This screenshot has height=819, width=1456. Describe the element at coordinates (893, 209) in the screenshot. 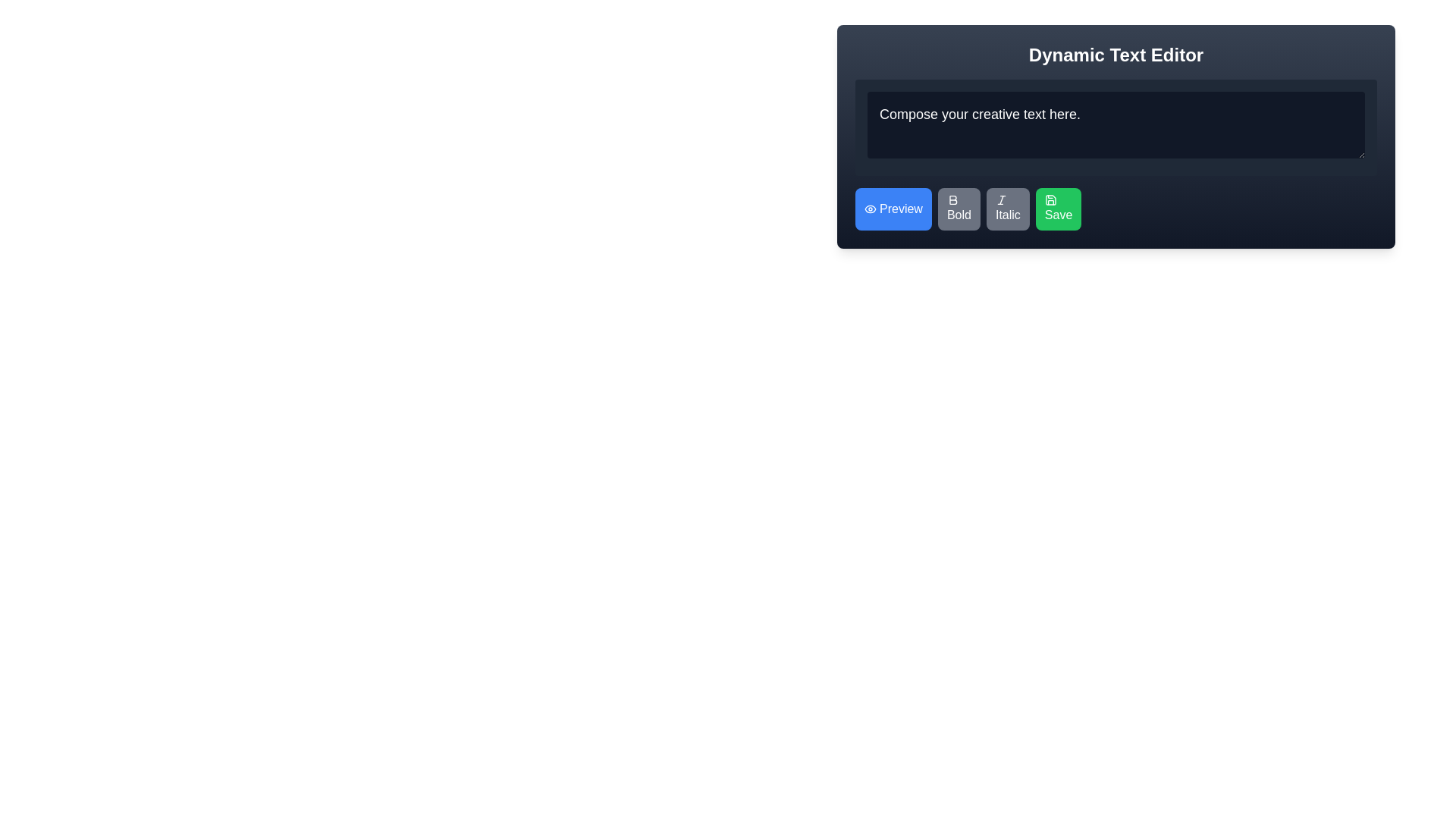

I see `the 'Preview' button with a blue background and white text` at that location.